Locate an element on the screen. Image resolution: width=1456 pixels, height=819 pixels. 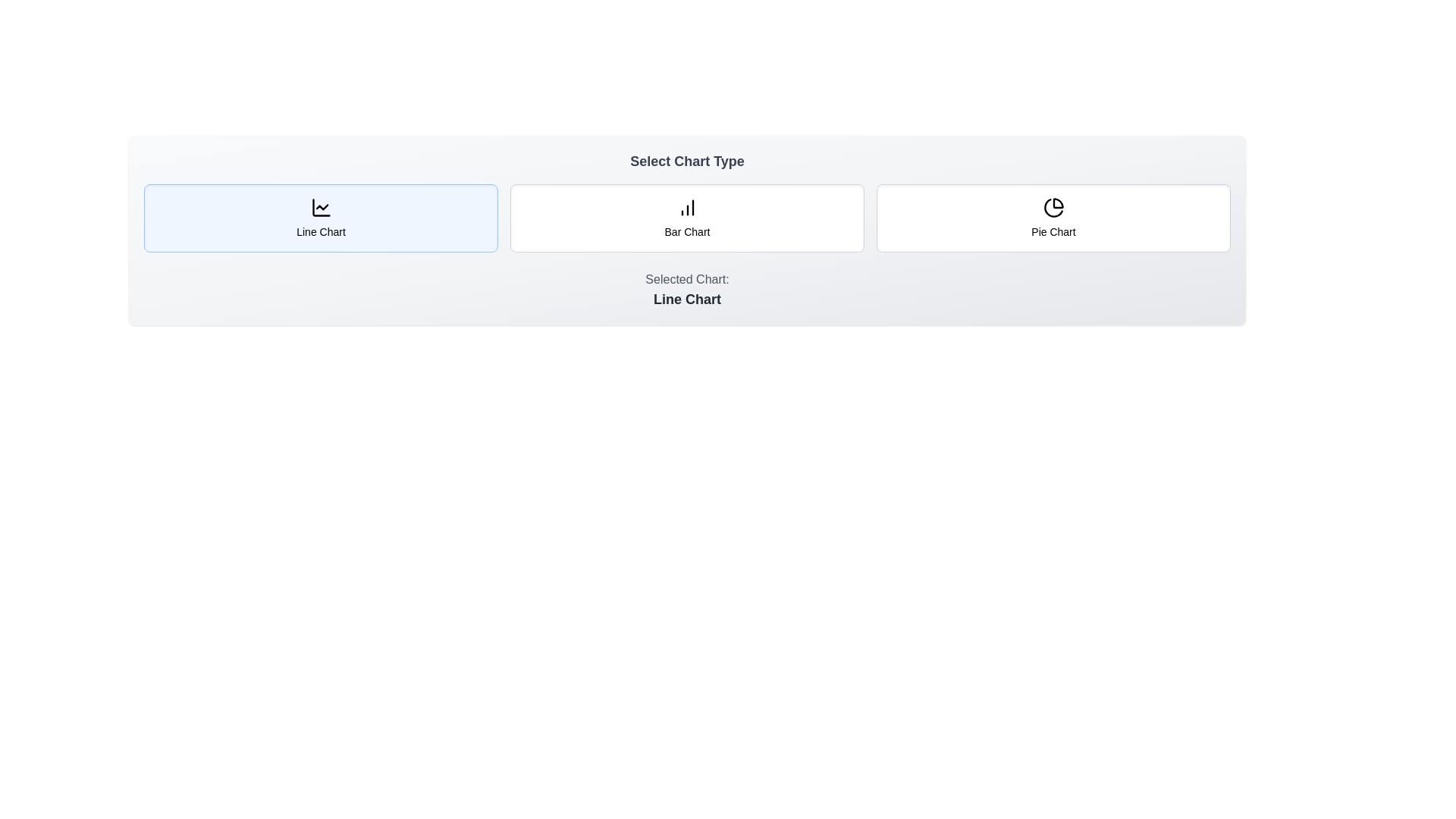
the chart type button corresponding to Pie Chart is located at coordinates (1053, 218).